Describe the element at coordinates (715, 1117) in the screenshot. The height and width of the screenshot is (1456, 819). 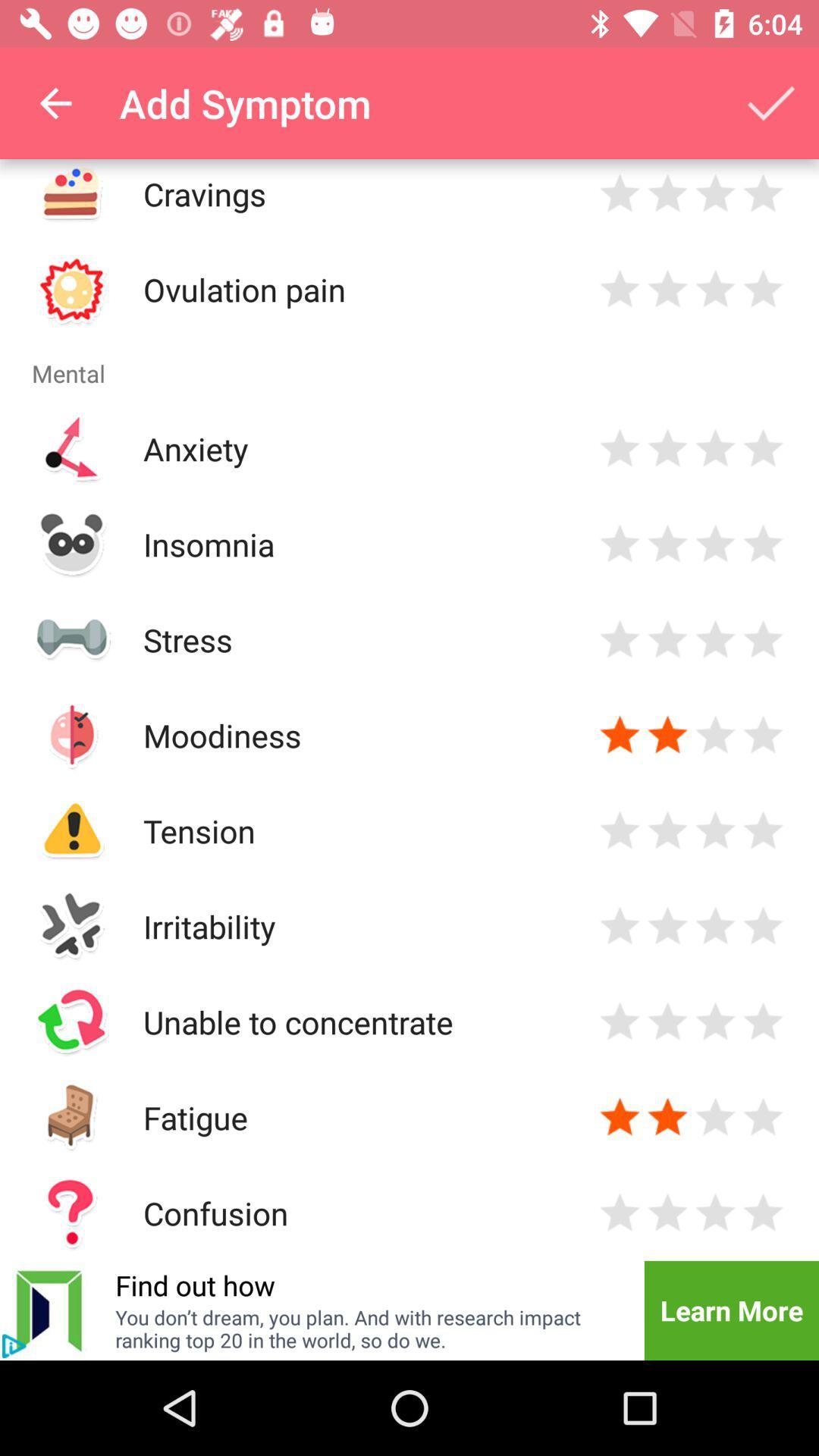
I see `3 star rating` at that location.